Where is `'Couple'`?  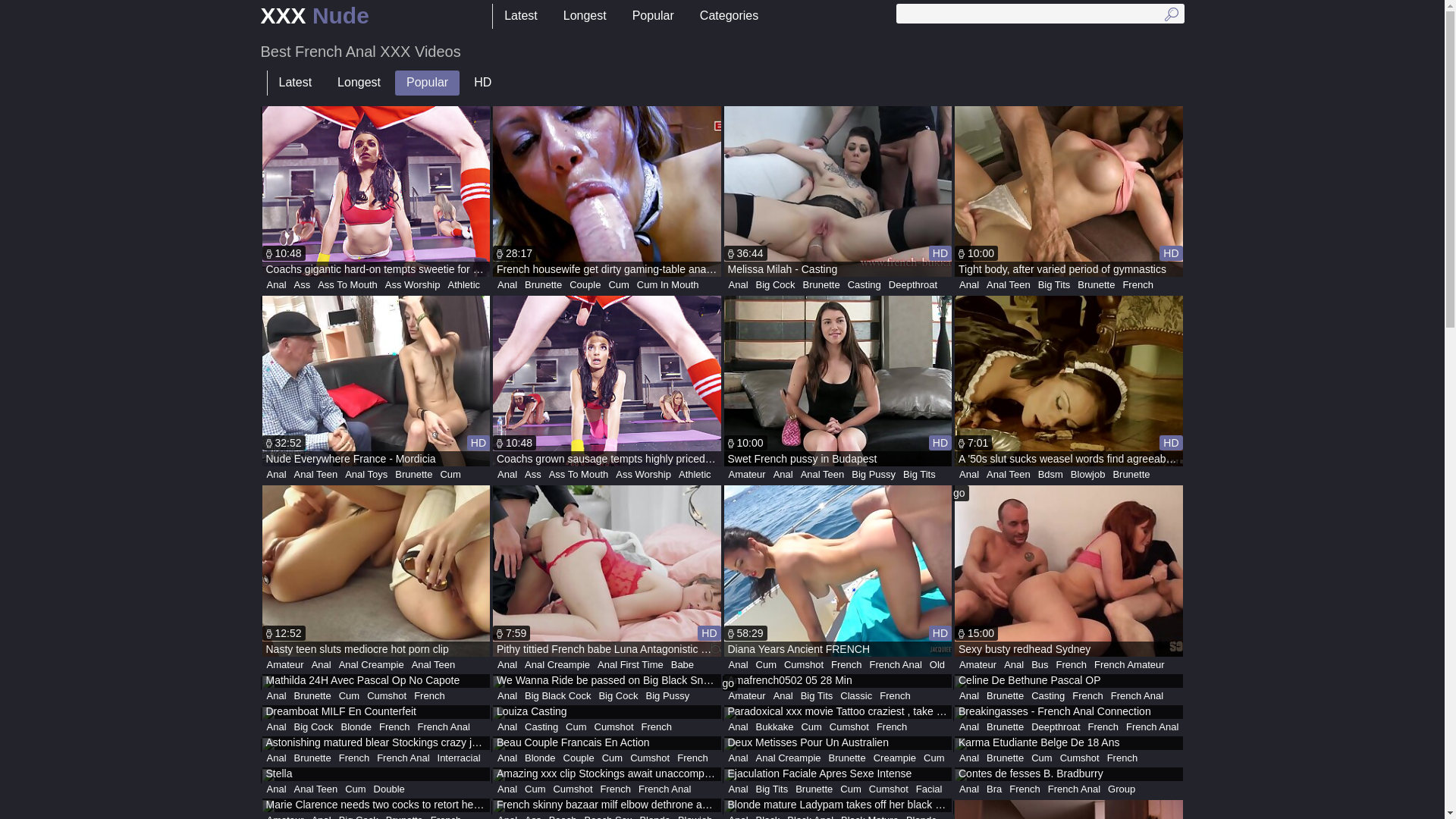
'Couple' is located at coordinates (584, 284).